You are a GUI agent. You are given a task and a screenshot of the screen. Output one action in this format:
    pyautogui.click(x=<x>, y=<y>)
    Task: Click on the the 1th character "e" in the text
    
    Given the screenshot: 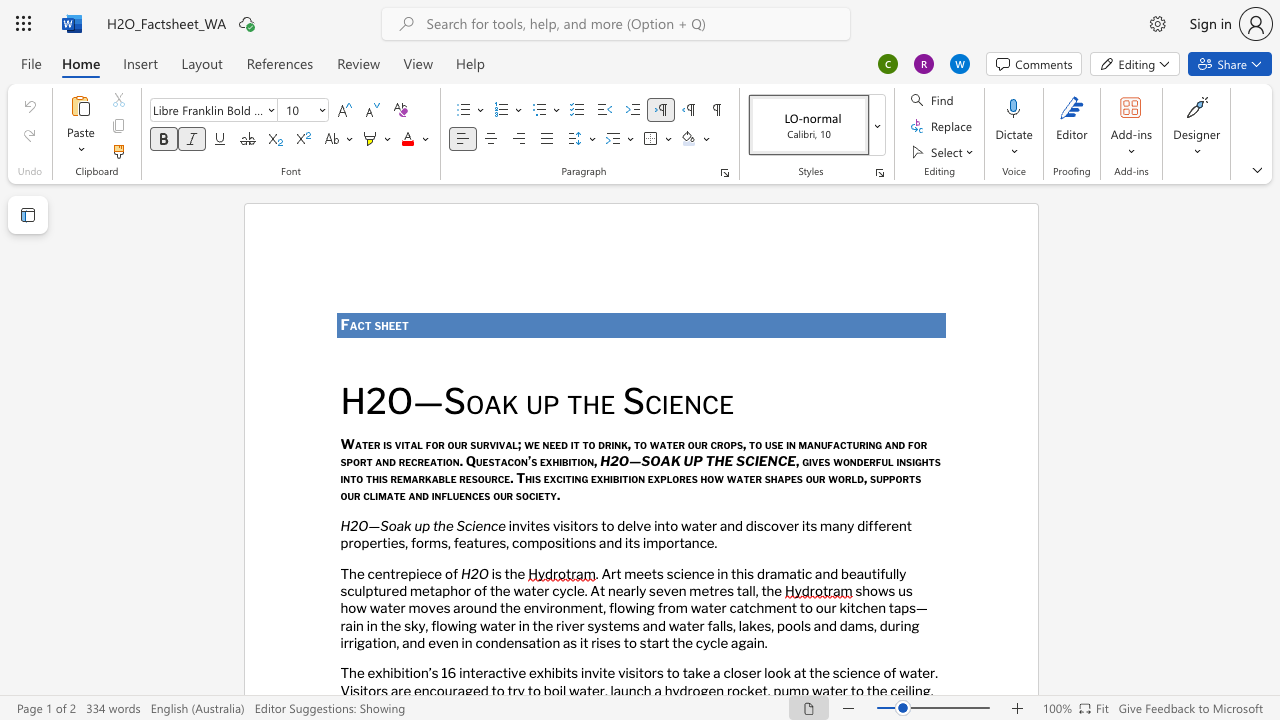 What is the action you would take?
    pyautogui.click(x=392, y=324)
    